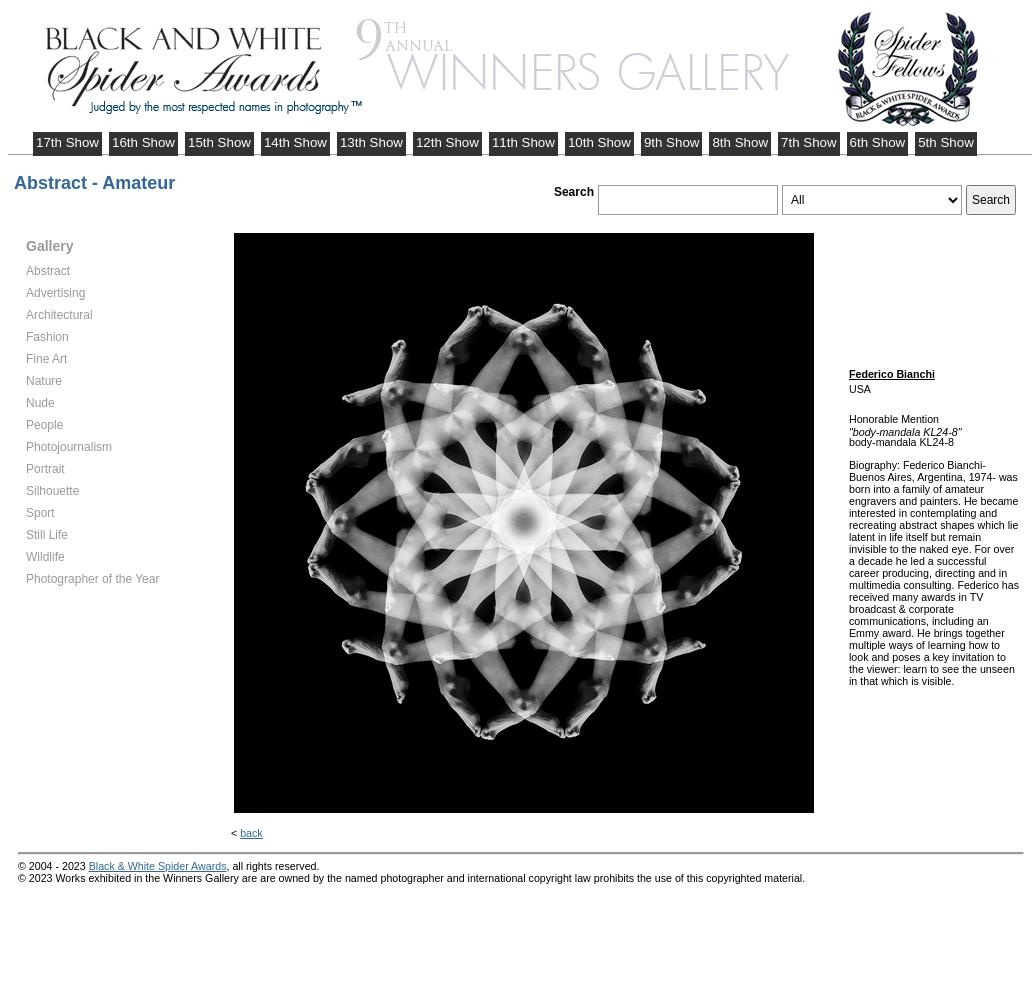 The image size is (1032, 1000). What do you see at coordinates (53, 864) in the screenshot?
I see `'© 2004 -
				2023'` at bounding box center [53, 864].